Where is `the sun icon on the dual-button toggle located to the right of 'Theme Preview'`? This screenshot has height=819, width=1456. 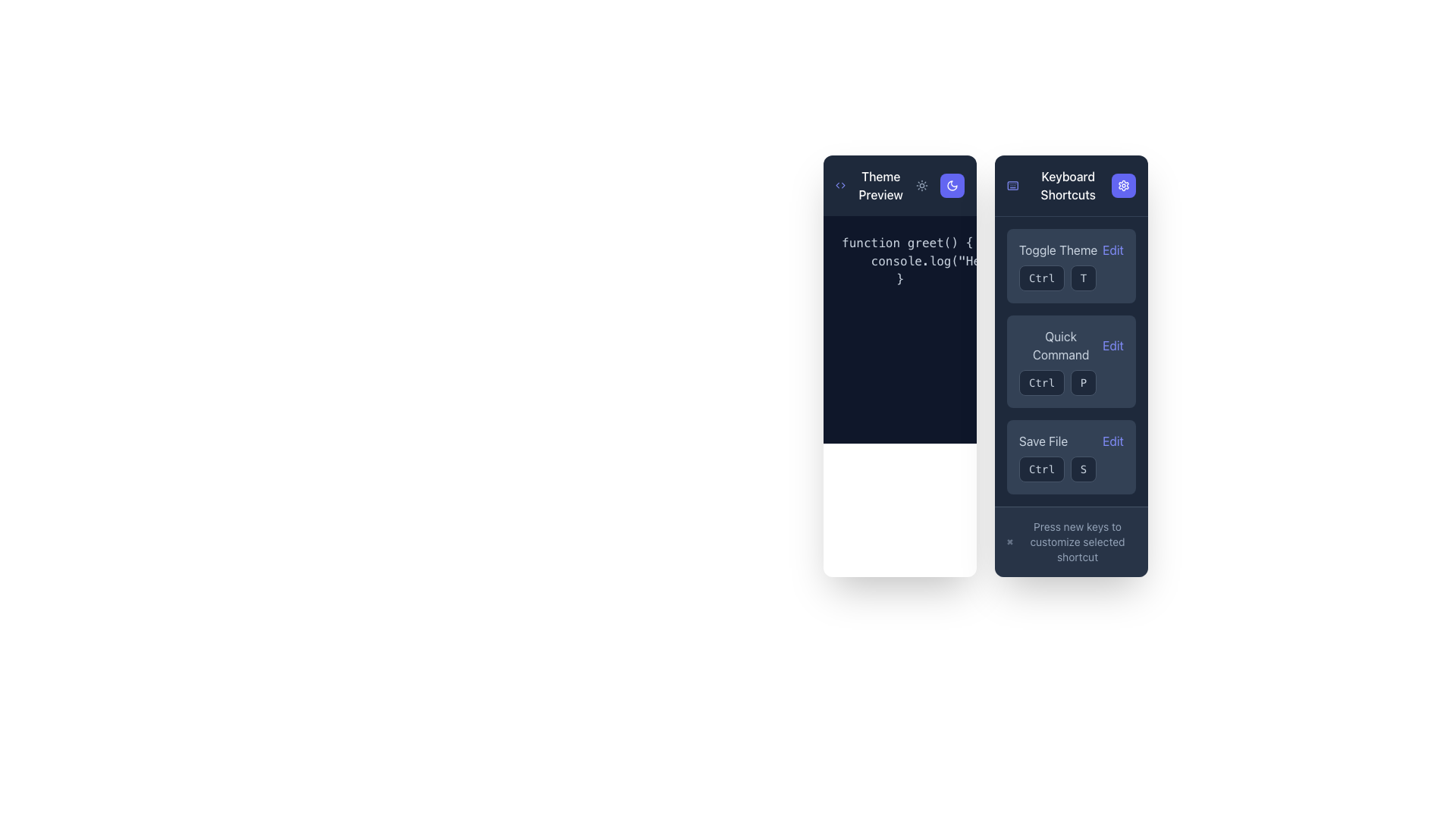 the sun icon on the dual-button toggle located to the right of 'Theme Preview' is located at coordinates (937, 185).